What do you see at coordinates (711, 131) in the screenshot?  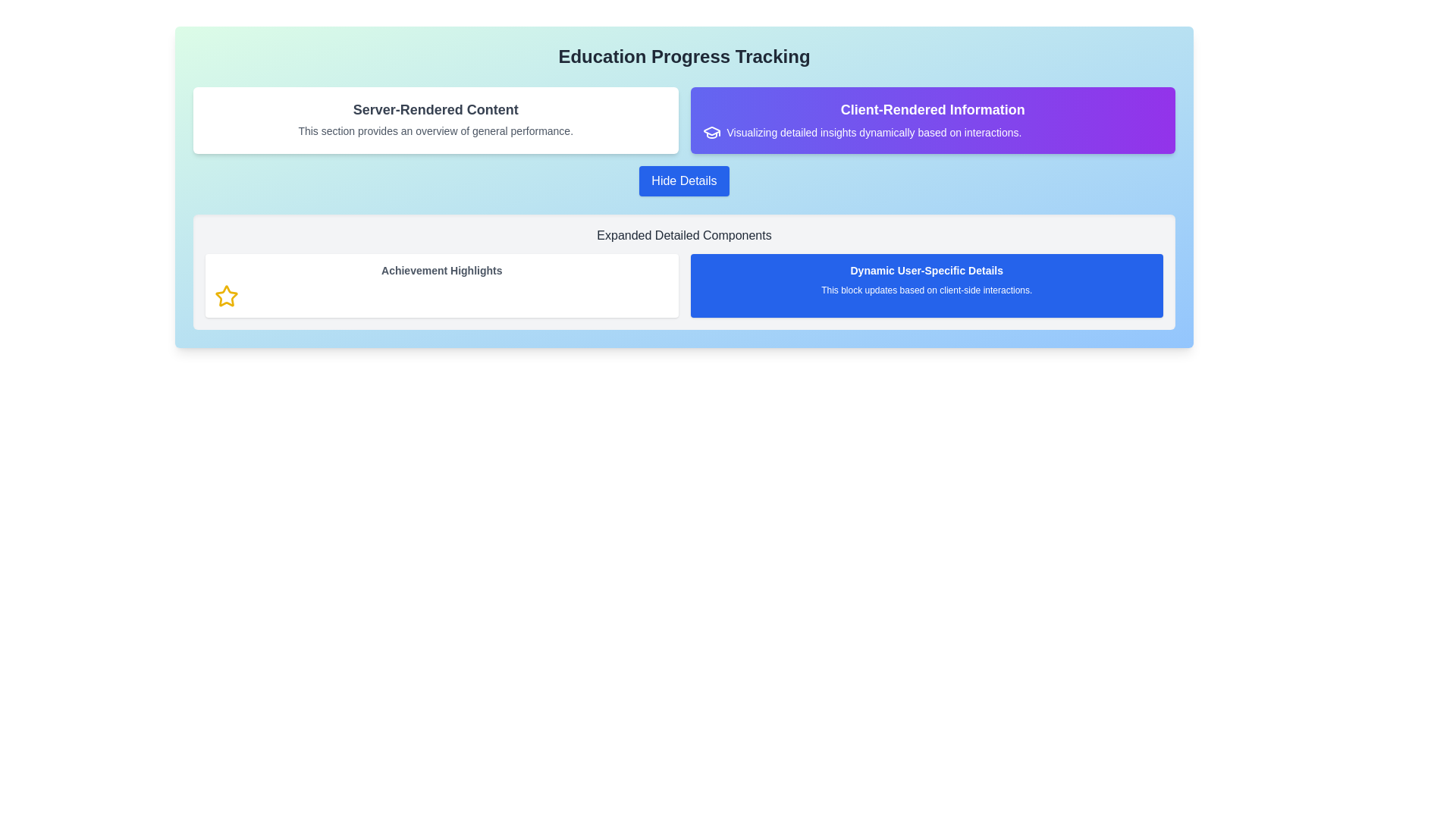 I see `the graduation cap icon next to the text 'Visualizing detailed insights dynamically based on interactions.' as a visual cue` at bounding box center [711, 131].